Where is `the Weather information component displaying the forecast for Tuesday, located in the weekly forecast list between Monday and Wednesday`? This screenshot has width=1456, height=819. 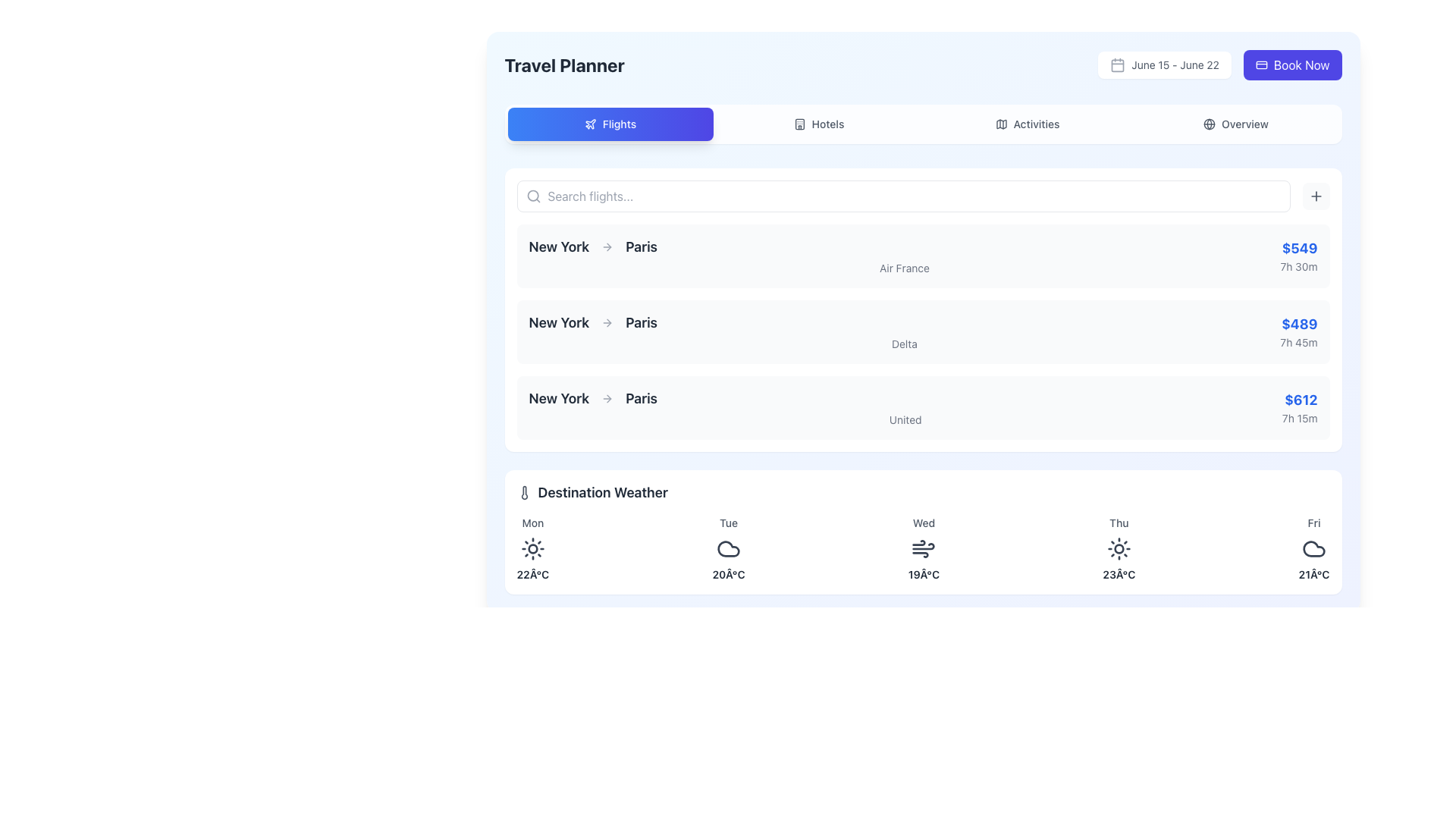
the Weather information component displaying the forecast for Tuesday, located in the weekly forecast list between Monday and Wednesday is located at coordinates (728, 549).